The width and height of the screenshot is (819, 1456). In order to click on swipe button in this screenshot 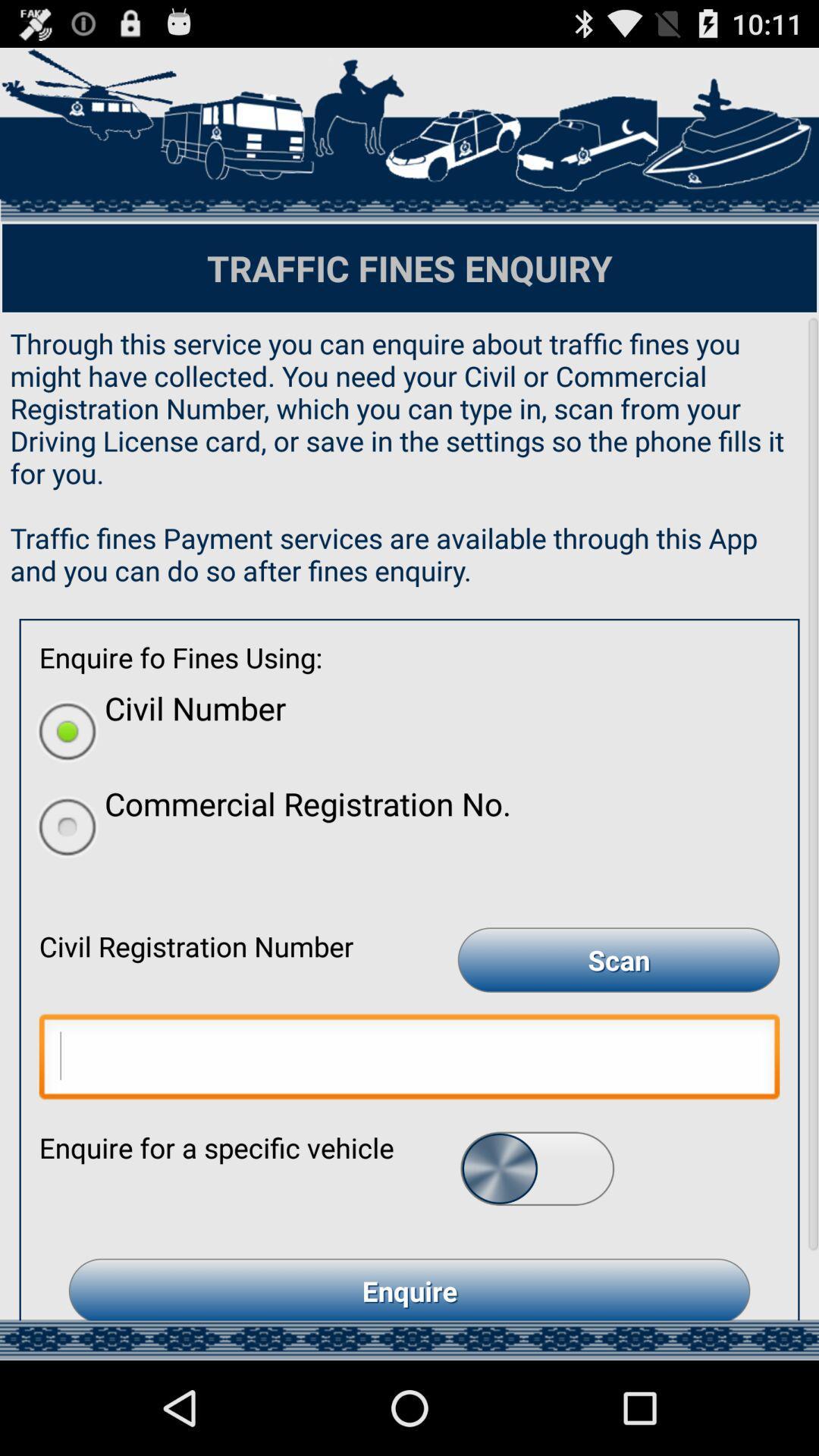, I will do `click(536, 1168)`.